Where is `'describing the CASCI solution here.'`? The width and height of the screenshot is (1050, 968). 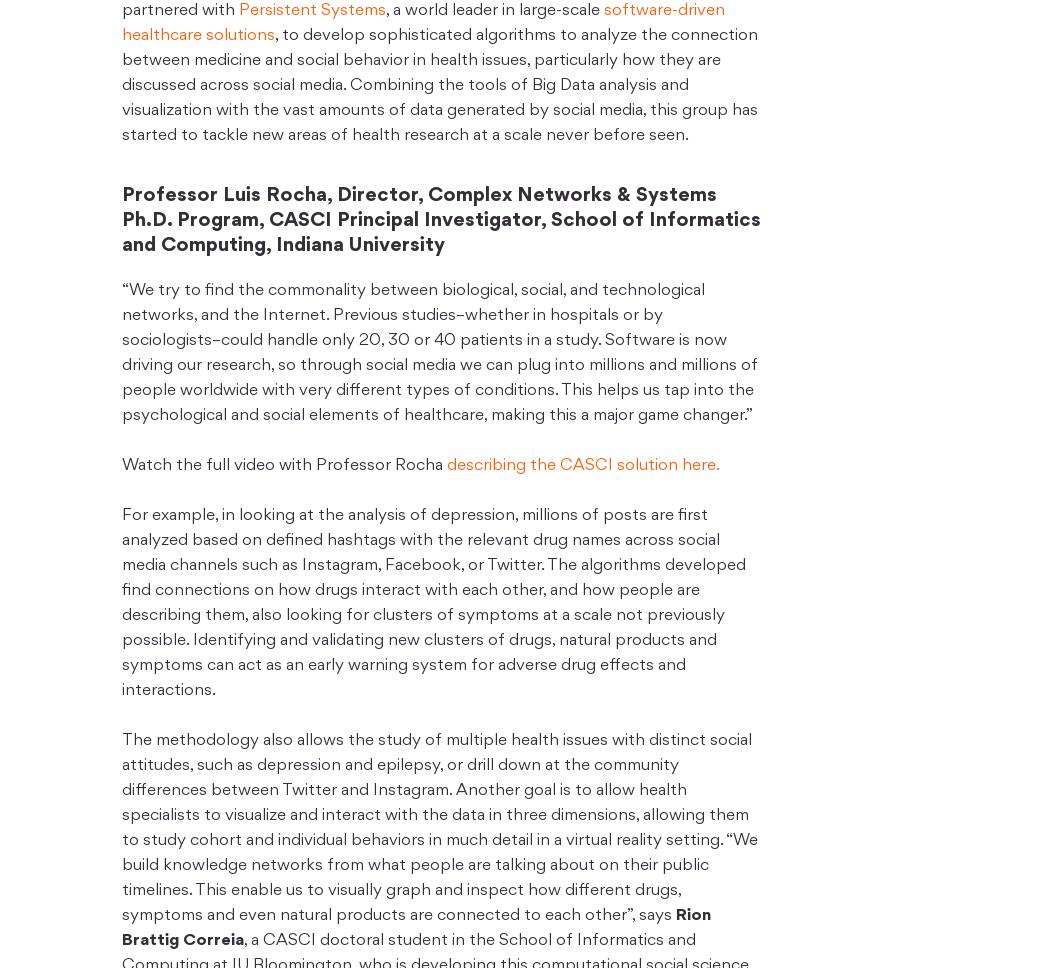
'describing the CASCI solution here.' is located at coordinates (582, 464).